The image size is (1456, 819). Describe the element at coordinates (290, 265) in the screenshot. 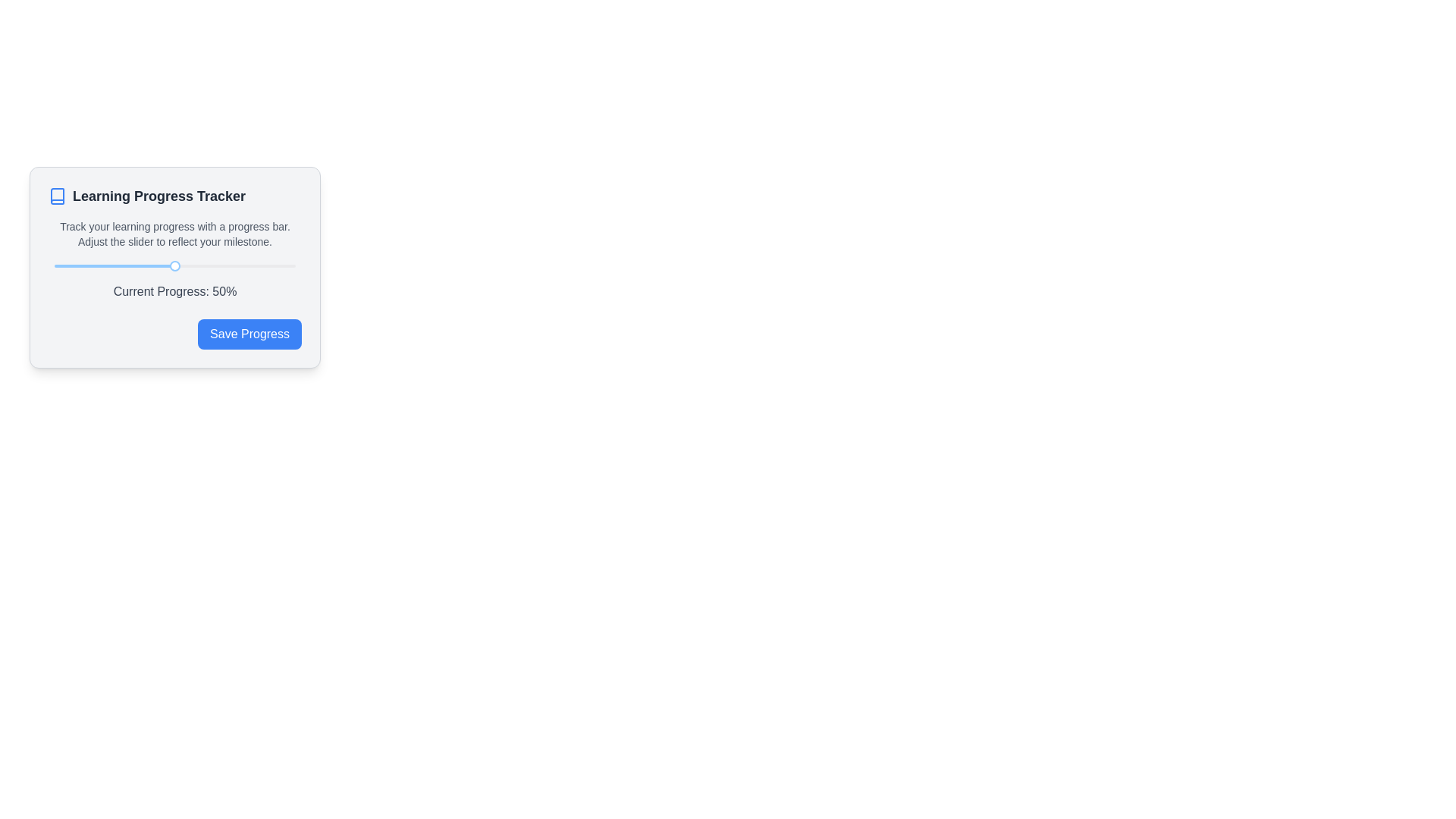

I see `the current progress` at that location.